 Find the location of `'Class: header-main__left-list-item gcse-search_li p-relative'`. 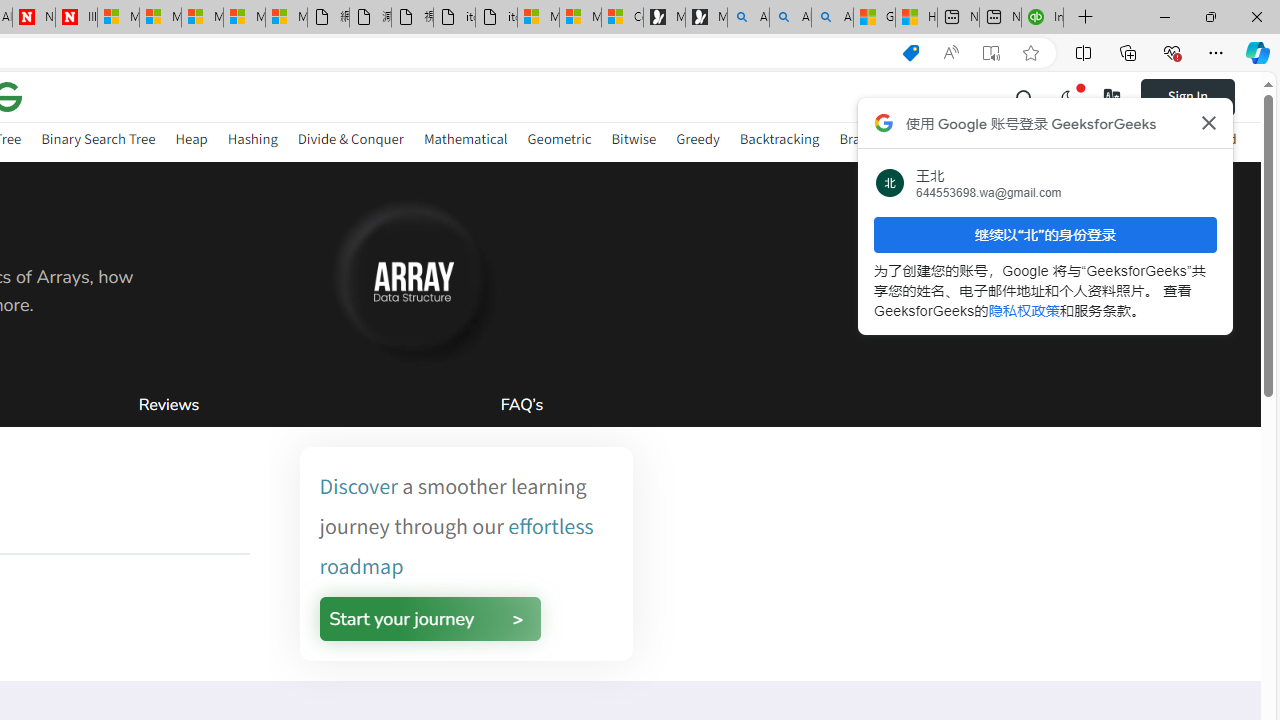

'Class: header-main__left-list-item gcse-search_li p-relative' is located at coordinates (1025, 96).